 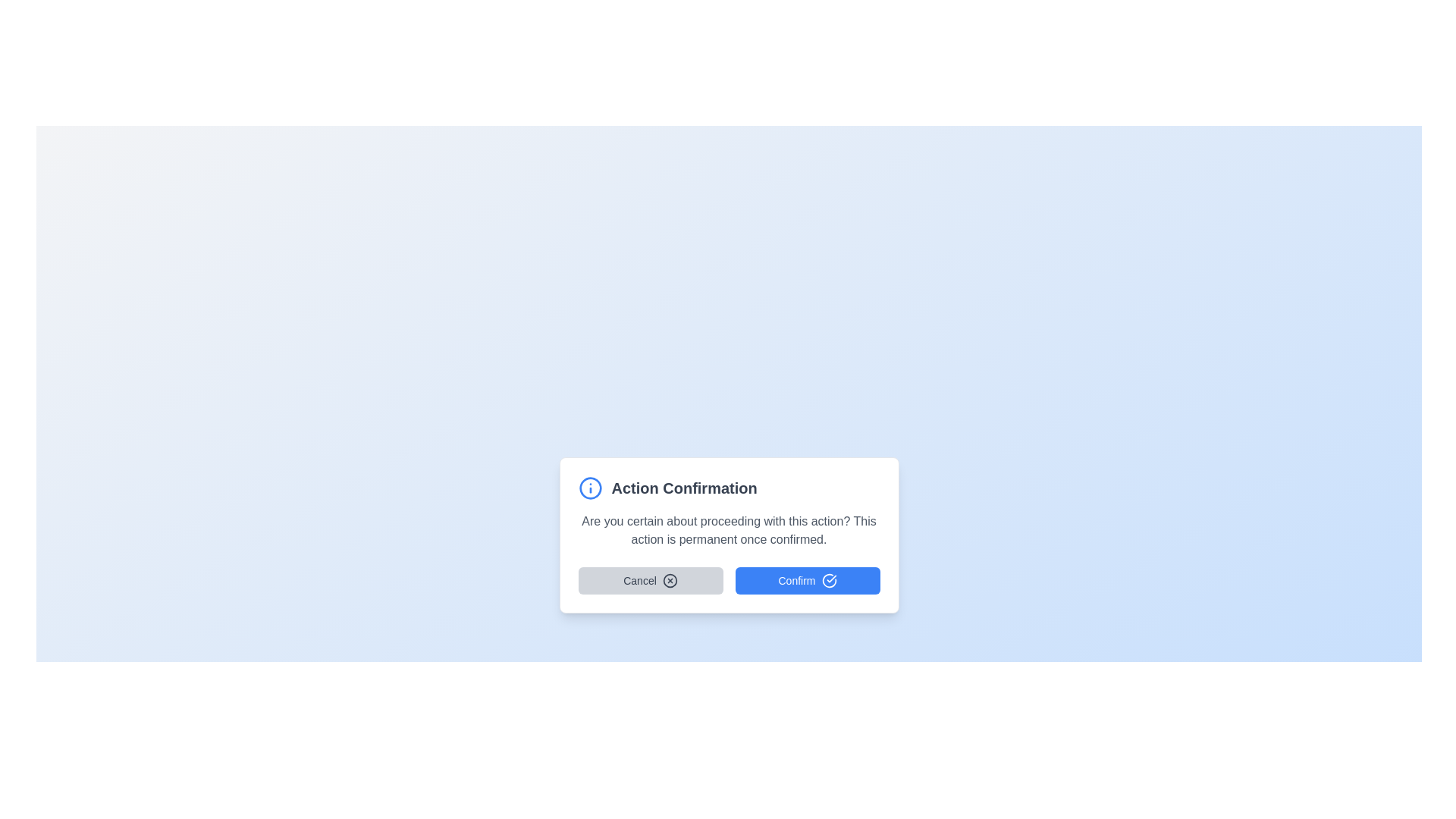 I want to click on the icon background element that visually represents the boundary of an icon, used for information or warnings, located near the top-left corner of a modal dialog above the 'Action Confirmation' text, so click(x=589, y=488).